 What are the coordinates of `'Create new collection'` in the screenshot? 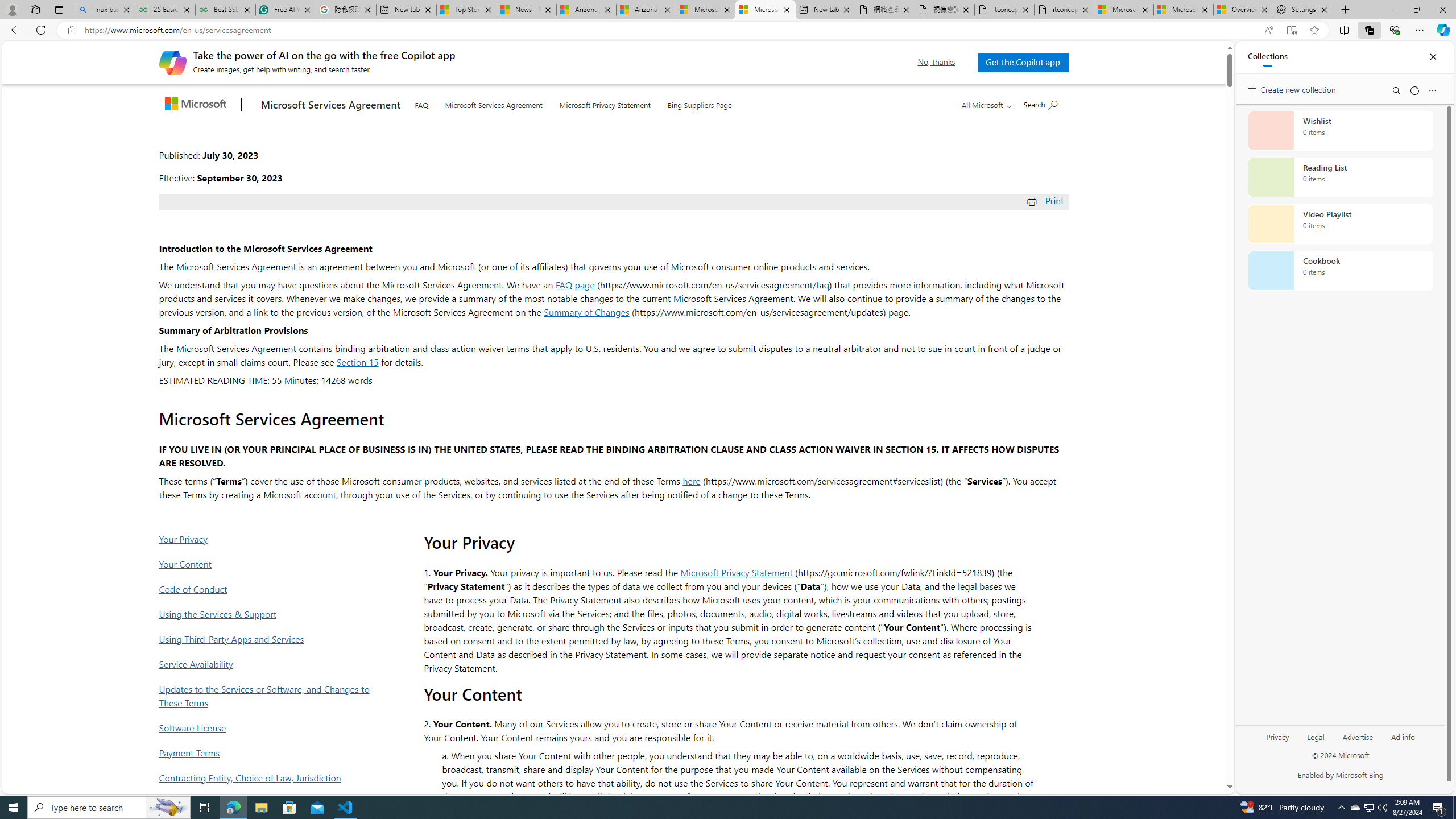 It's located at (1293, 87).